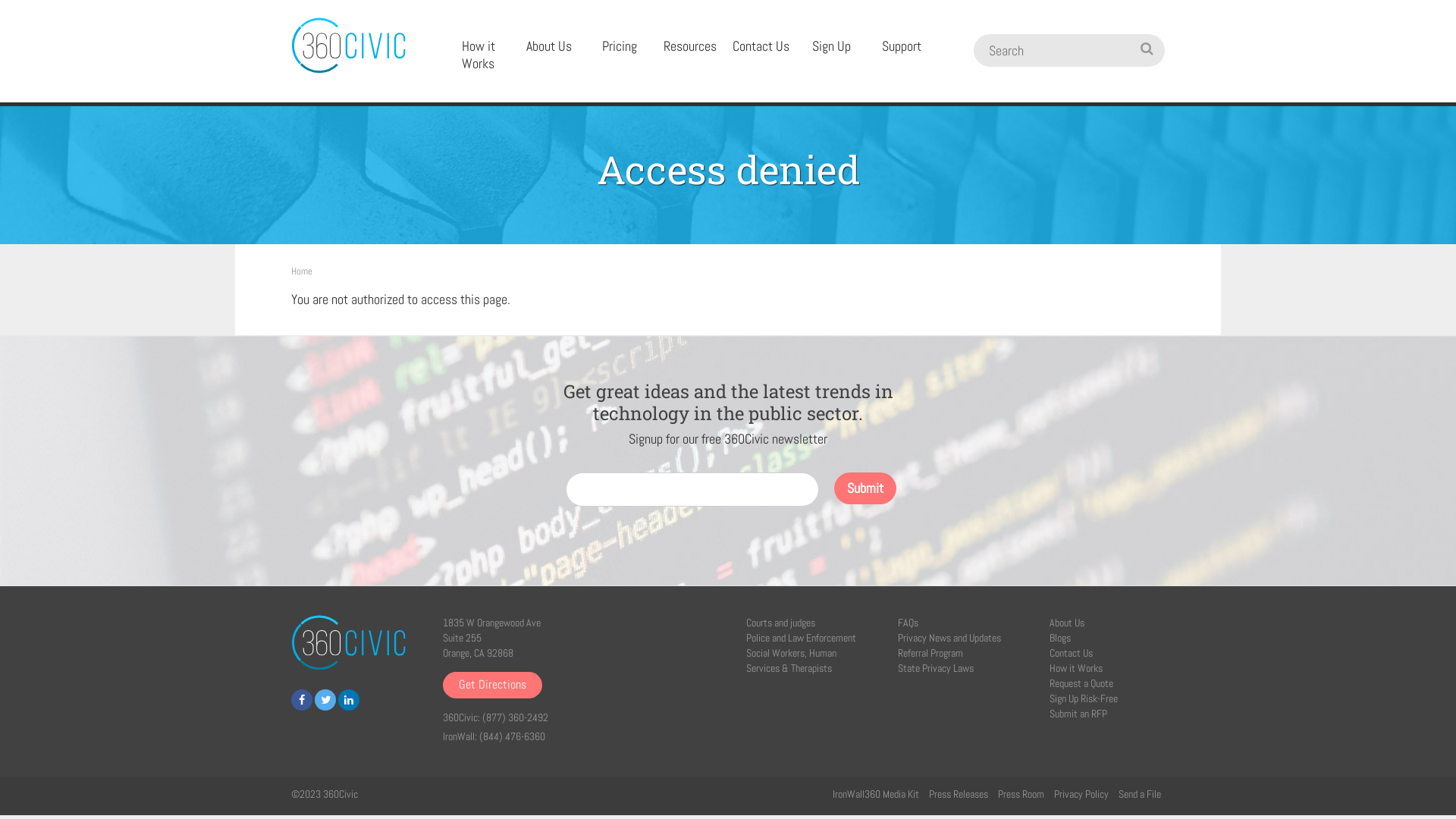  Describe the element at coordinates (934, 667) in the screenshot. I see `'State Privacy Laws'` at that location.